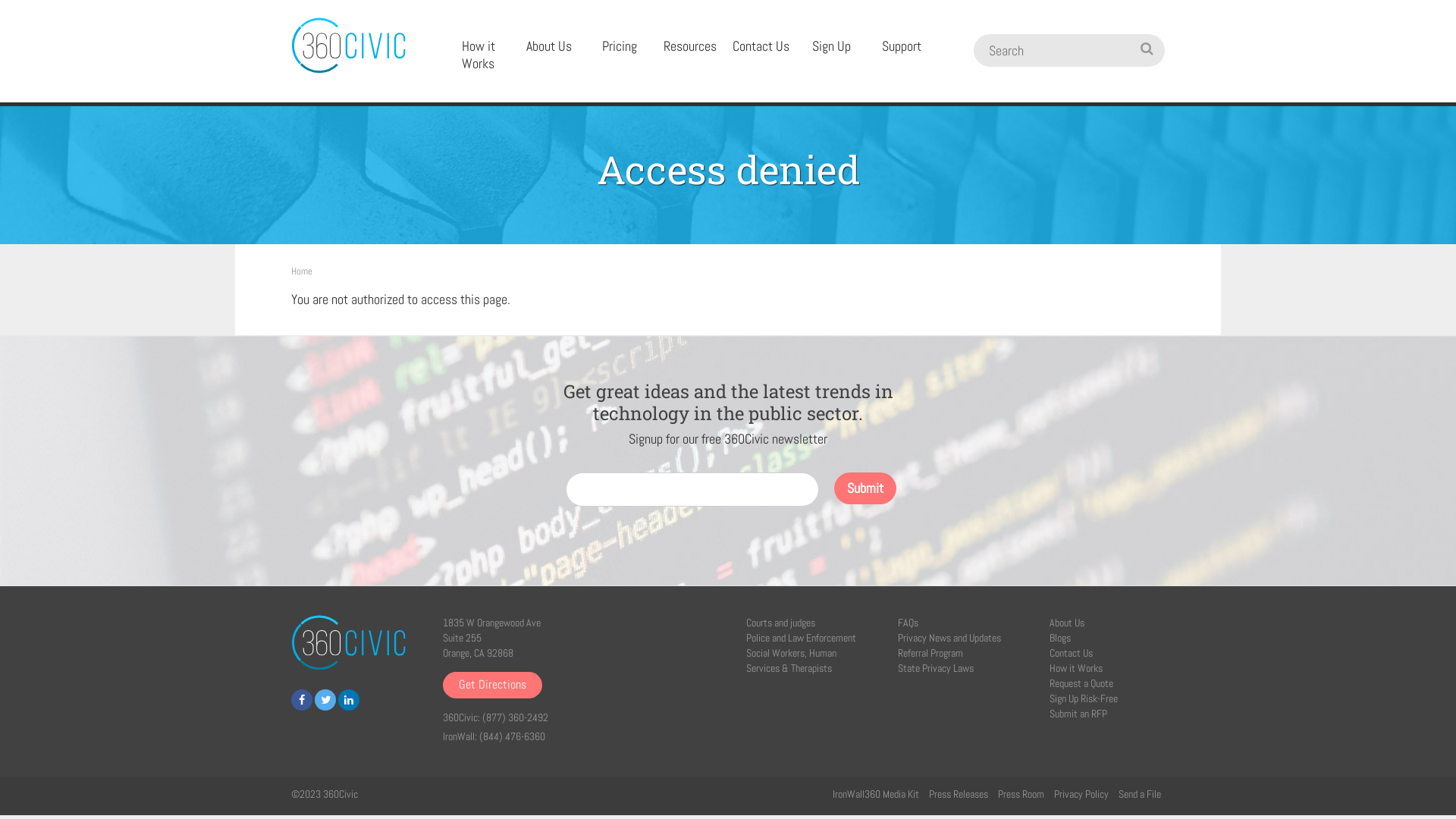  Describe the element at coordinates (934, 667) in the screenshot. I see `'State Privacy Laws'` at that location.